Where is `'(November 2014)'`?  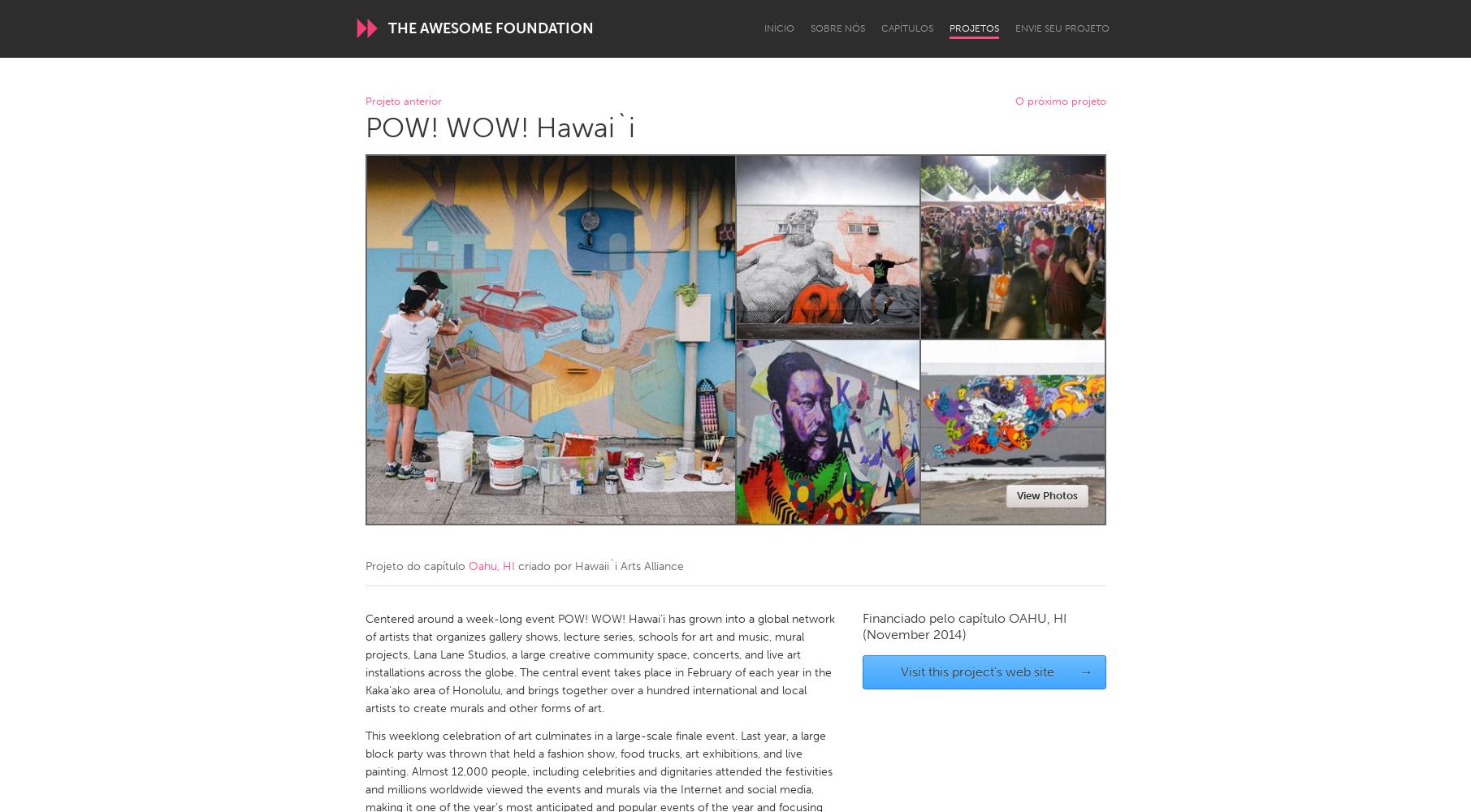 '(November 2014)' is located at coordinates (912, 633).